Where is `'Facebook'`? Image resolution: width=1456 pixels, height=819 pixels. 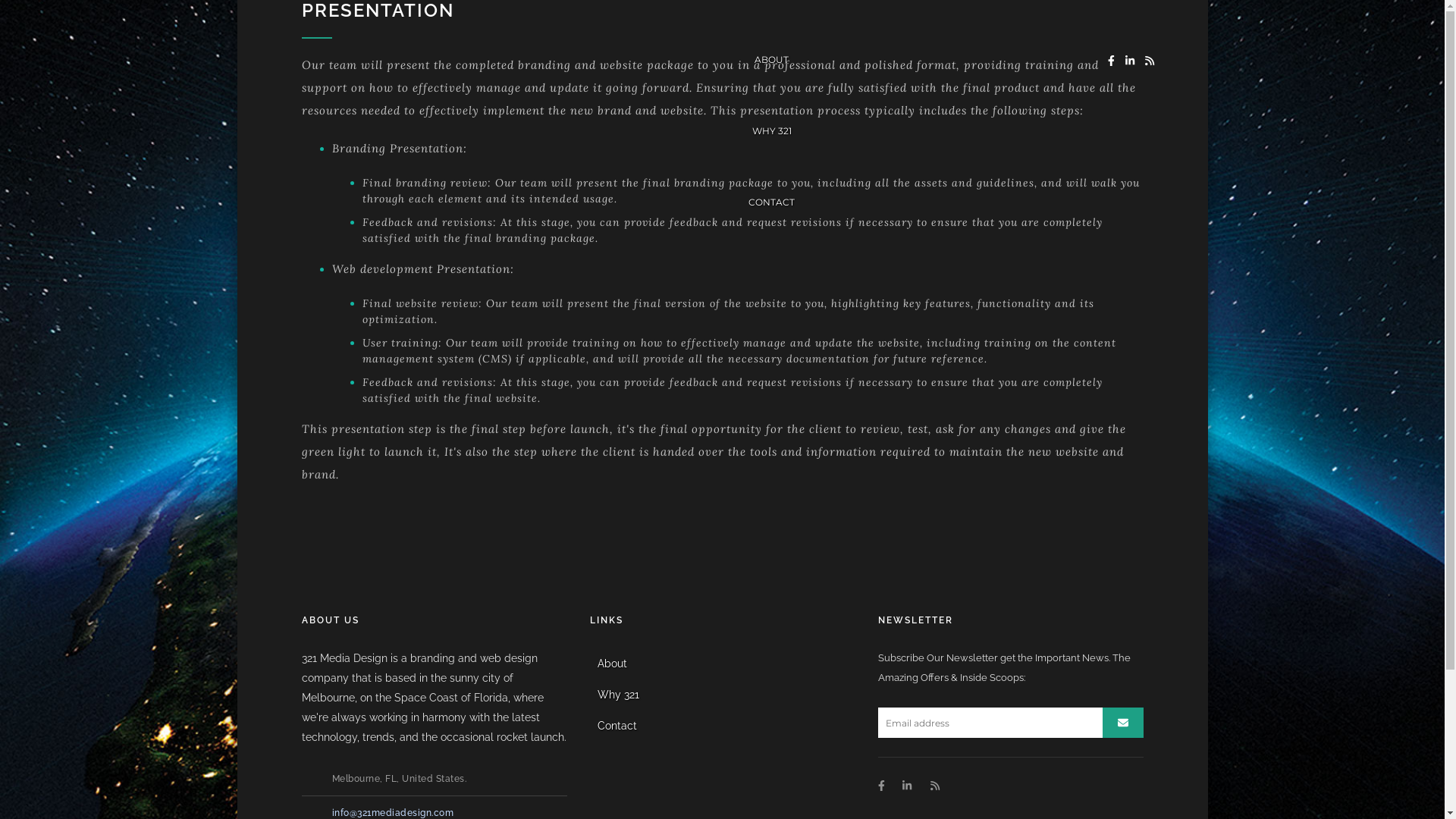
'Facebook' is located at coordinates (881, 785).